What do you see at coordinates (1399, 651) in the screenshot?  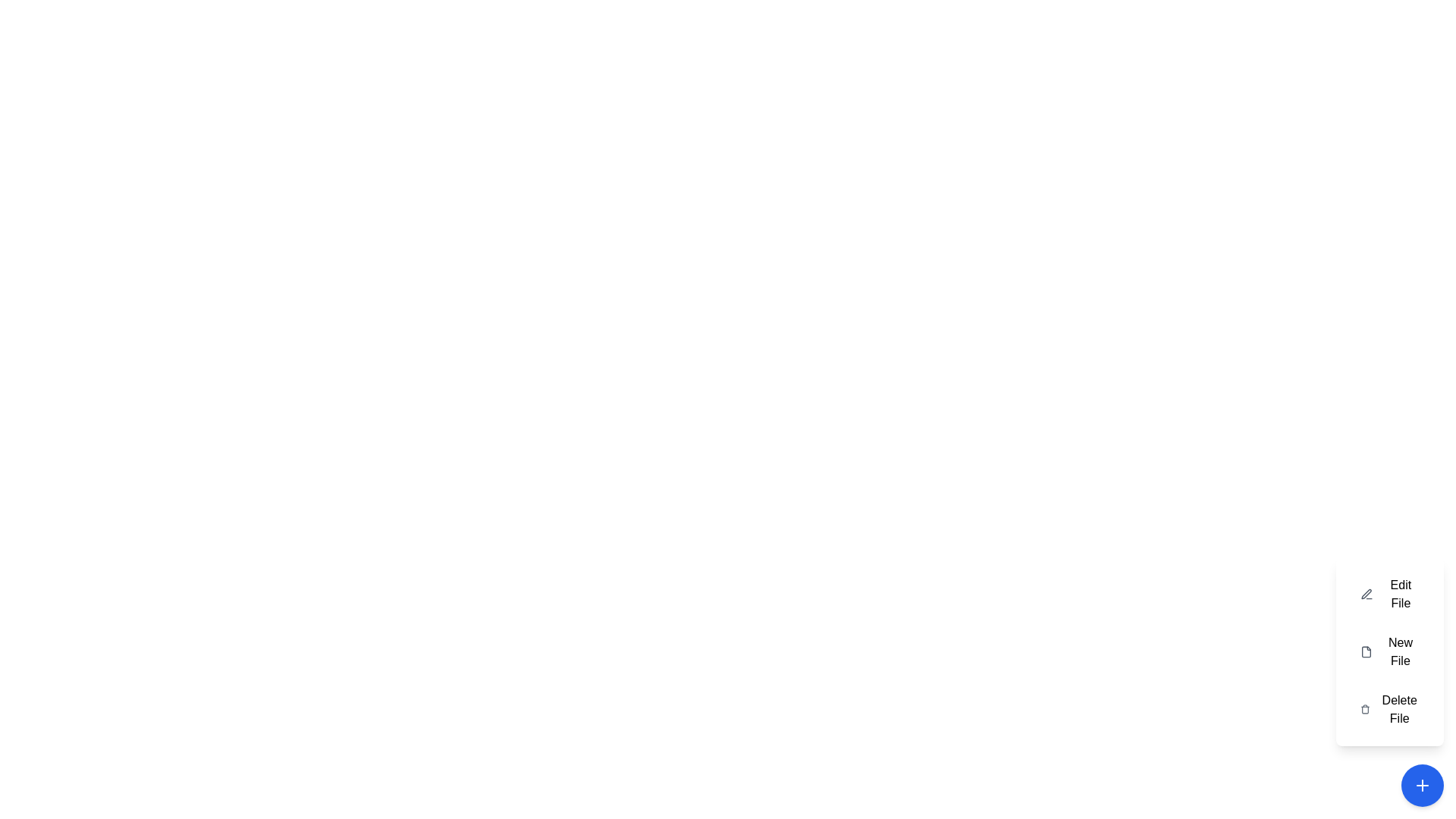 I see `the second menu item in the context menu` at bounding box center [1399, 651].